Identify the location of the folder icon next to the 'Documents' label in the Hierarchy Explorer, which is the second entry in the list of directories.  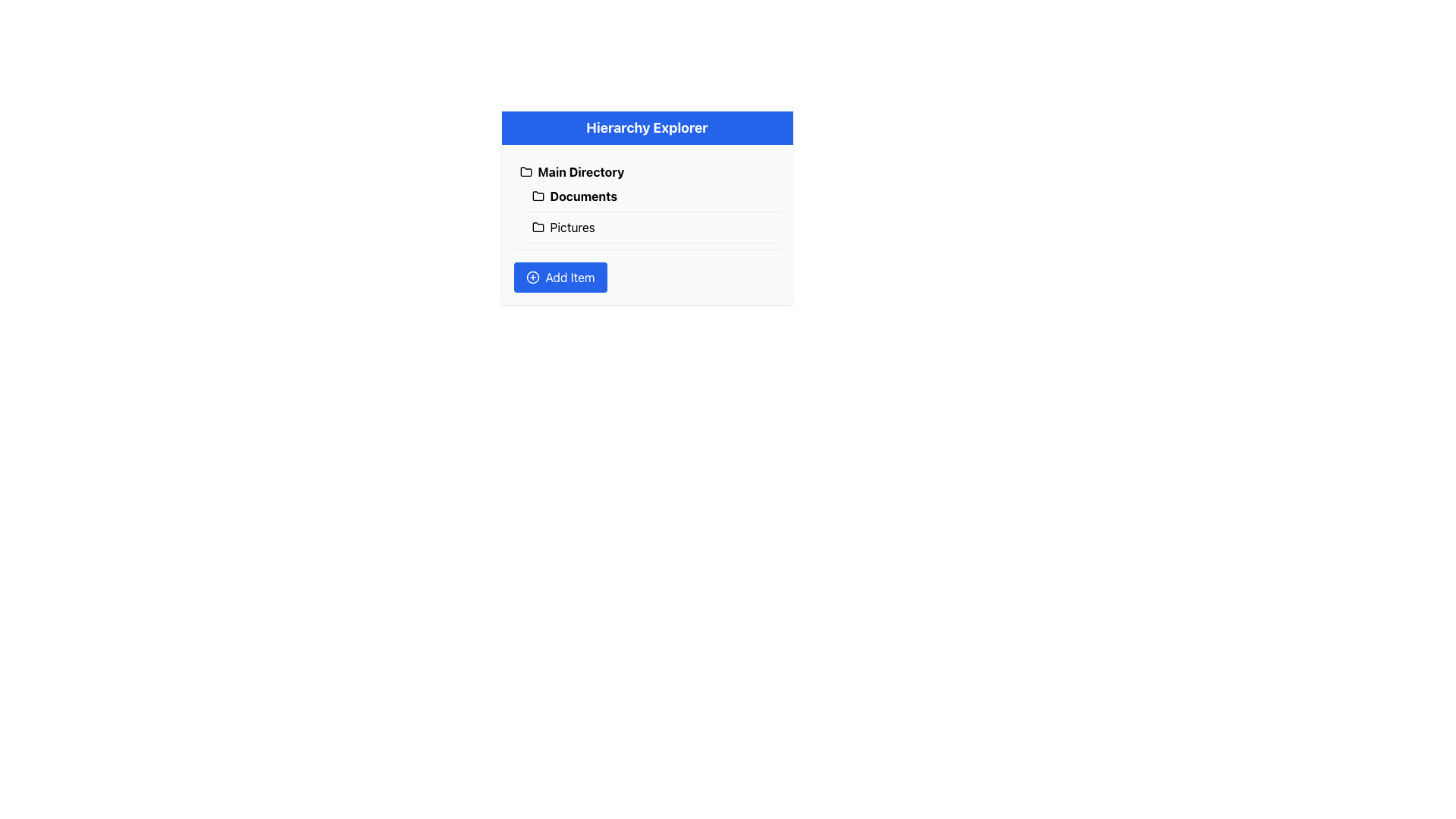
(538, 195).